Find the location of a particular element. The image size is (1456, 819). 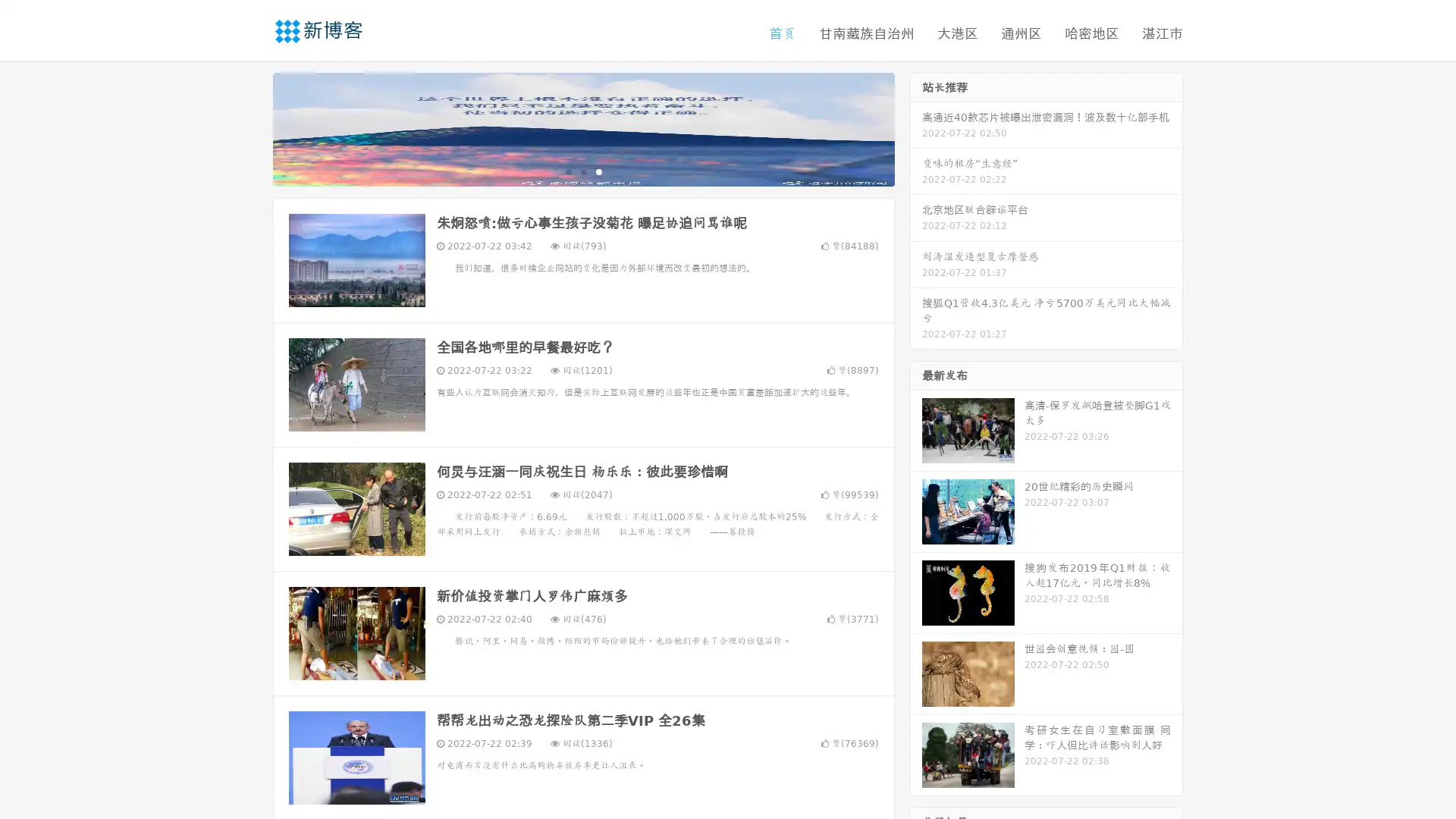

Go to slide 1 is located at coordinates (567, 171).